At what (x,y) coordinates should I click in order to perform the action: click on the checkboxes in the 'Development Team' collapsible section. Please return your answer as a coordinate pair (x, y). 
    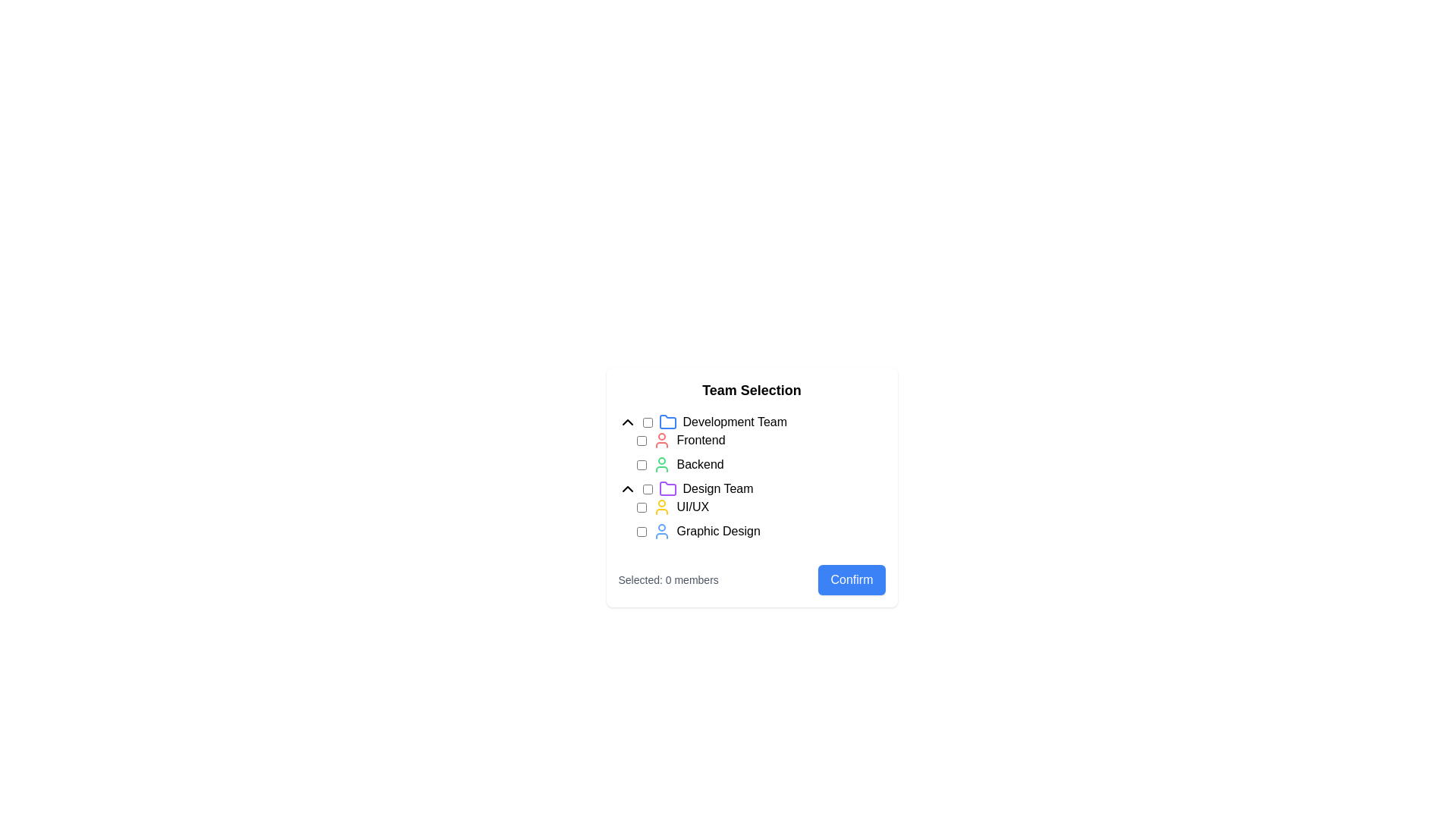
    Looking at the image, I should click on (752, 444).